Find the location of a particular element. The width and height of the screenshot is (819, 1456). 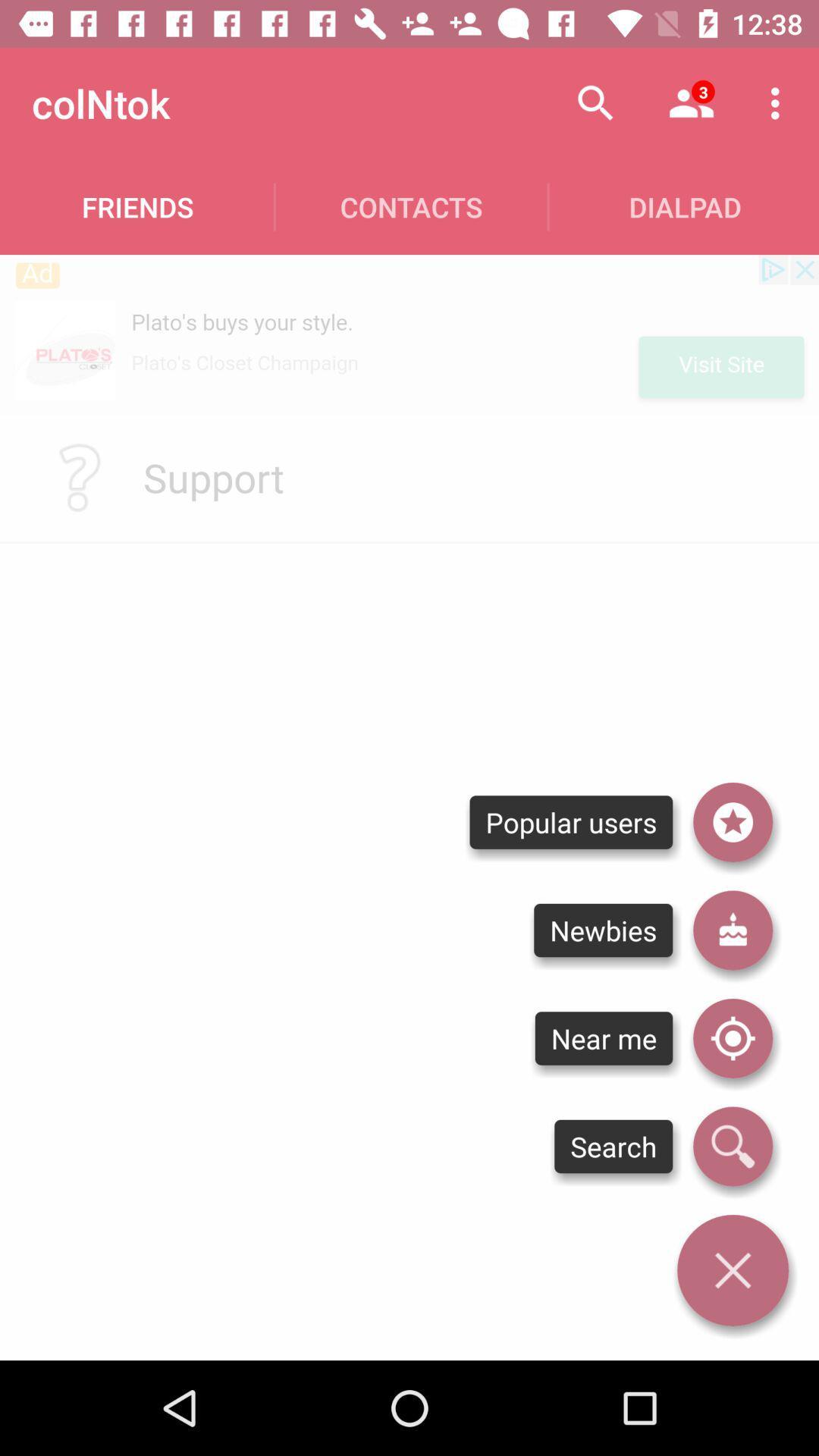

support item is located at coordinates (213, 476).